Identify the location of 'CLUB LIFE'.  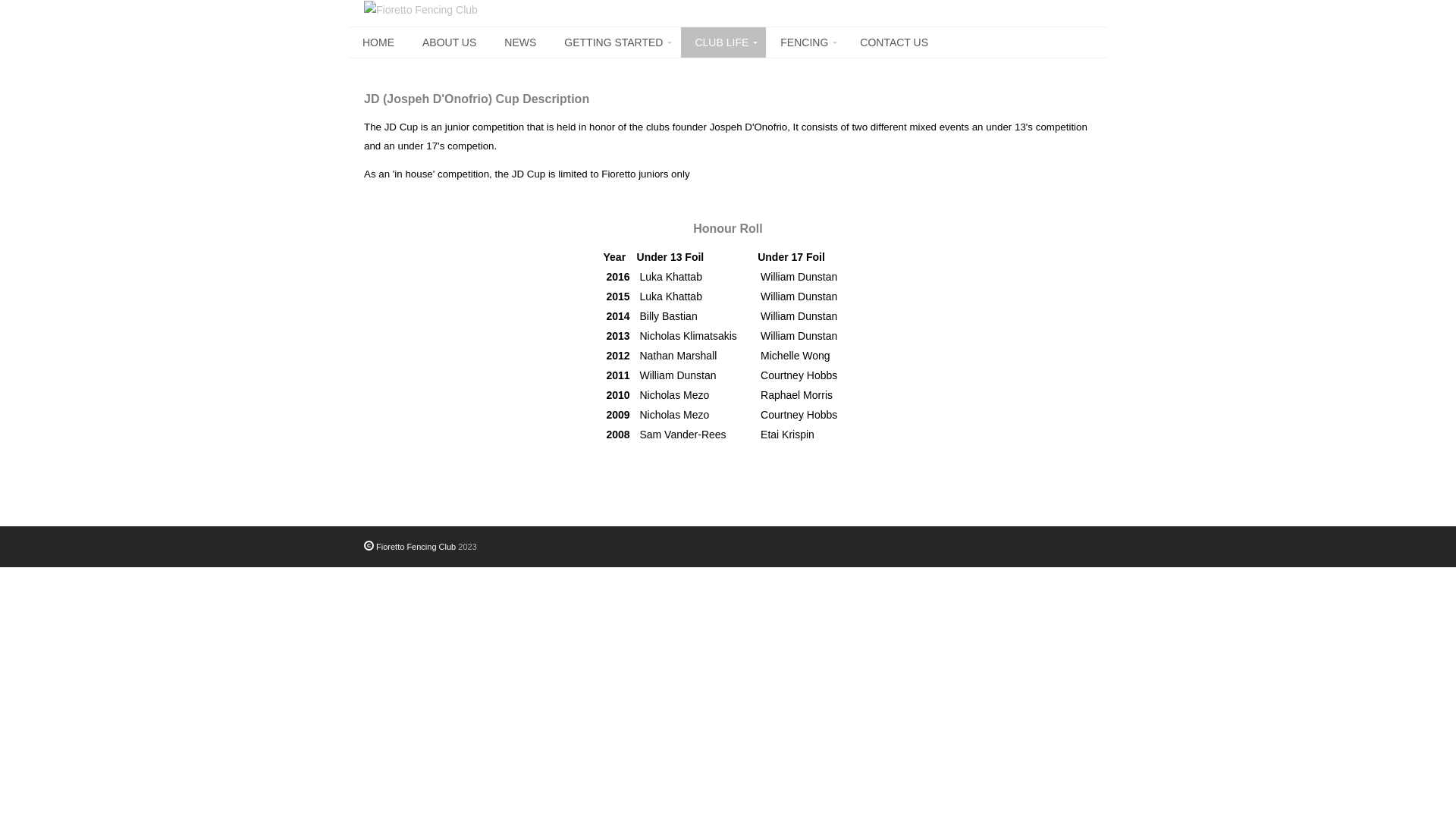
(723, 42).